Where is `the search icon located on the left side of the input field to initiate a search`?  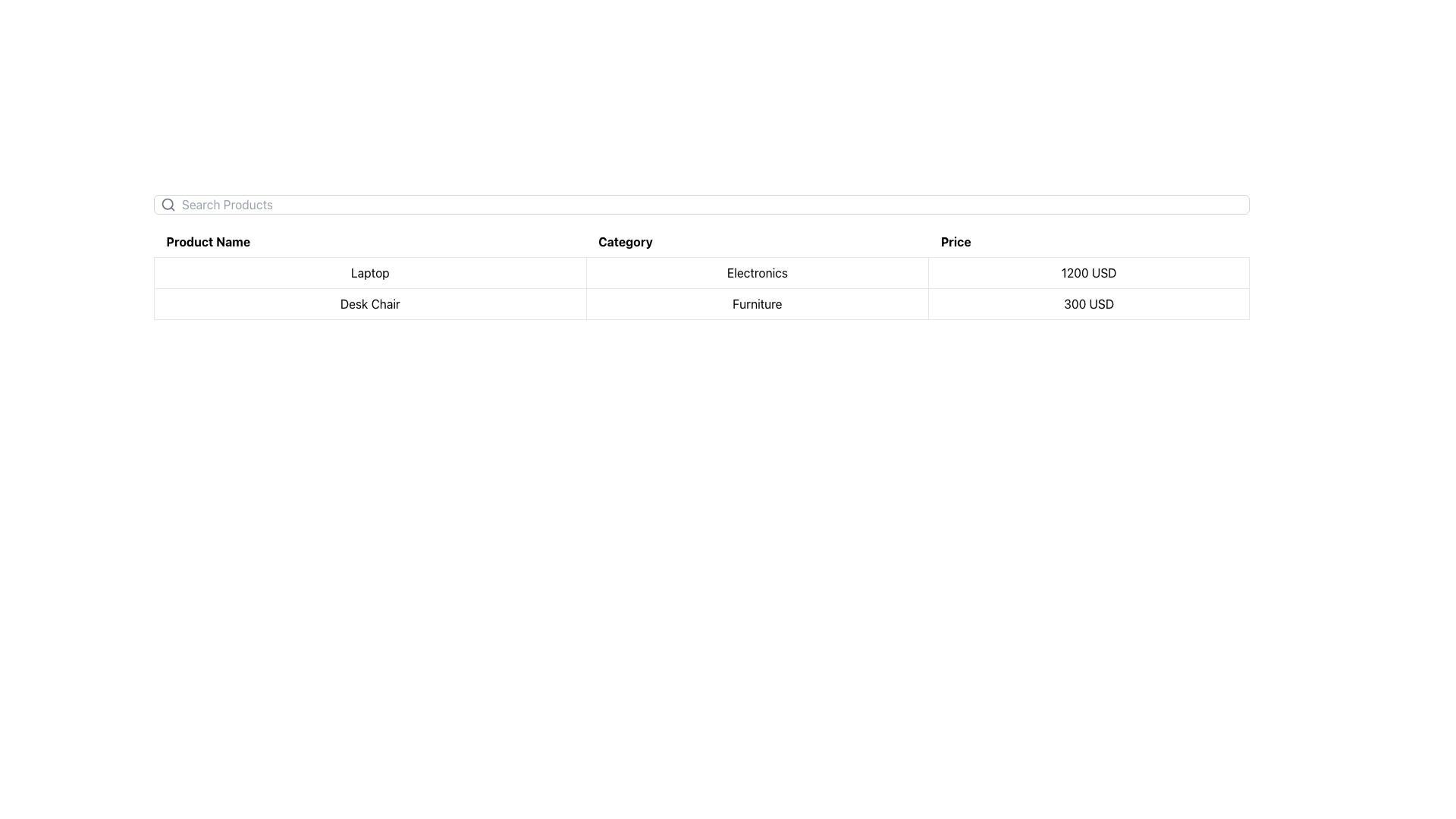
the search icon located on the left side of the input field to initiate a search is located at coordinates (168, 205).